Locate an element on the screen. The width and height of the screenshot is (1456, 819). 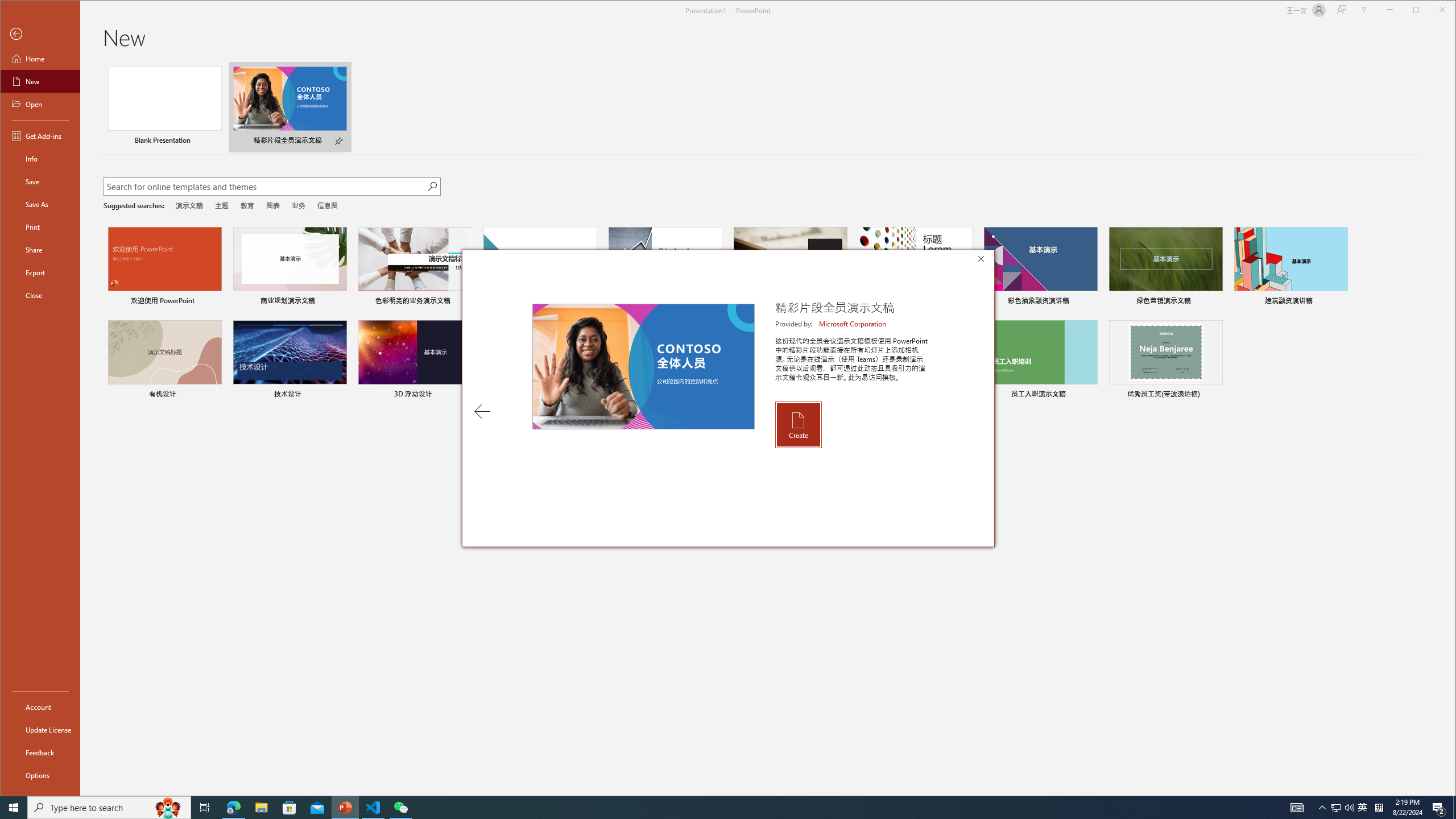
'Visual Studio Code - 1 running window' is located at coordinates (373, 806).